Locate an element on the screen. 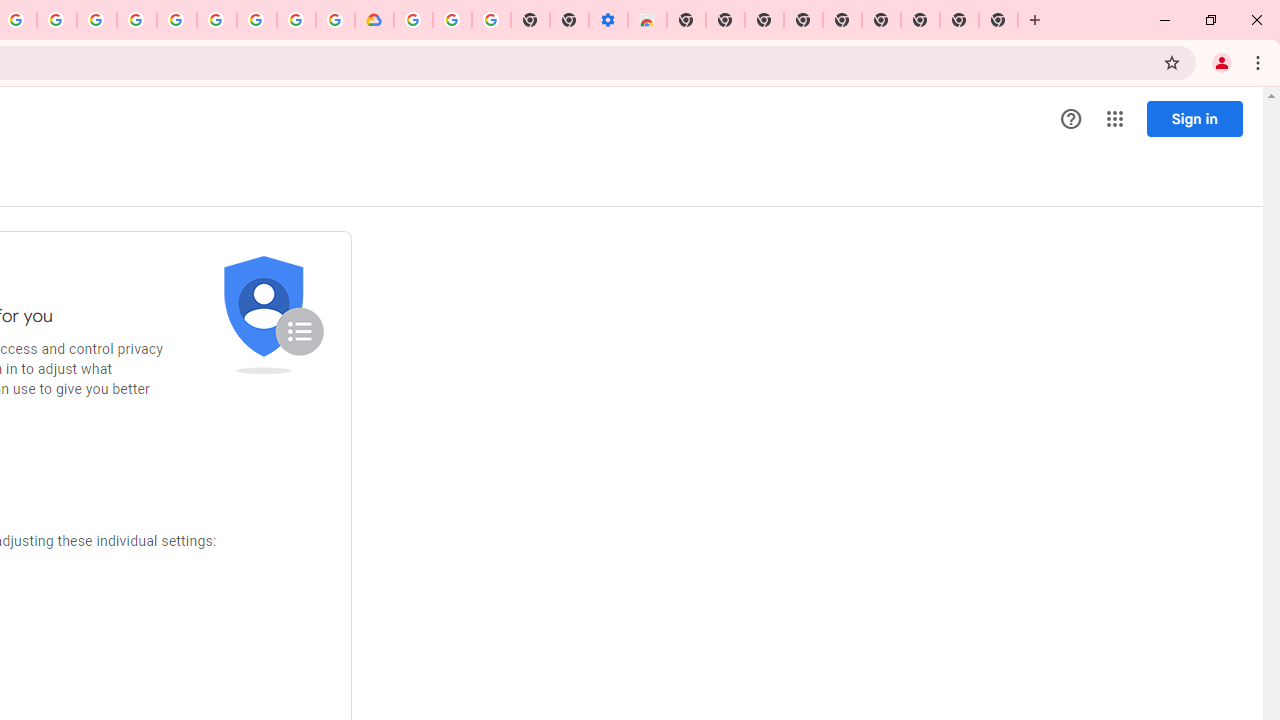 The width and height of the screenshot is (1280, 720). 'Help' is located at coordinates (1070, 119).